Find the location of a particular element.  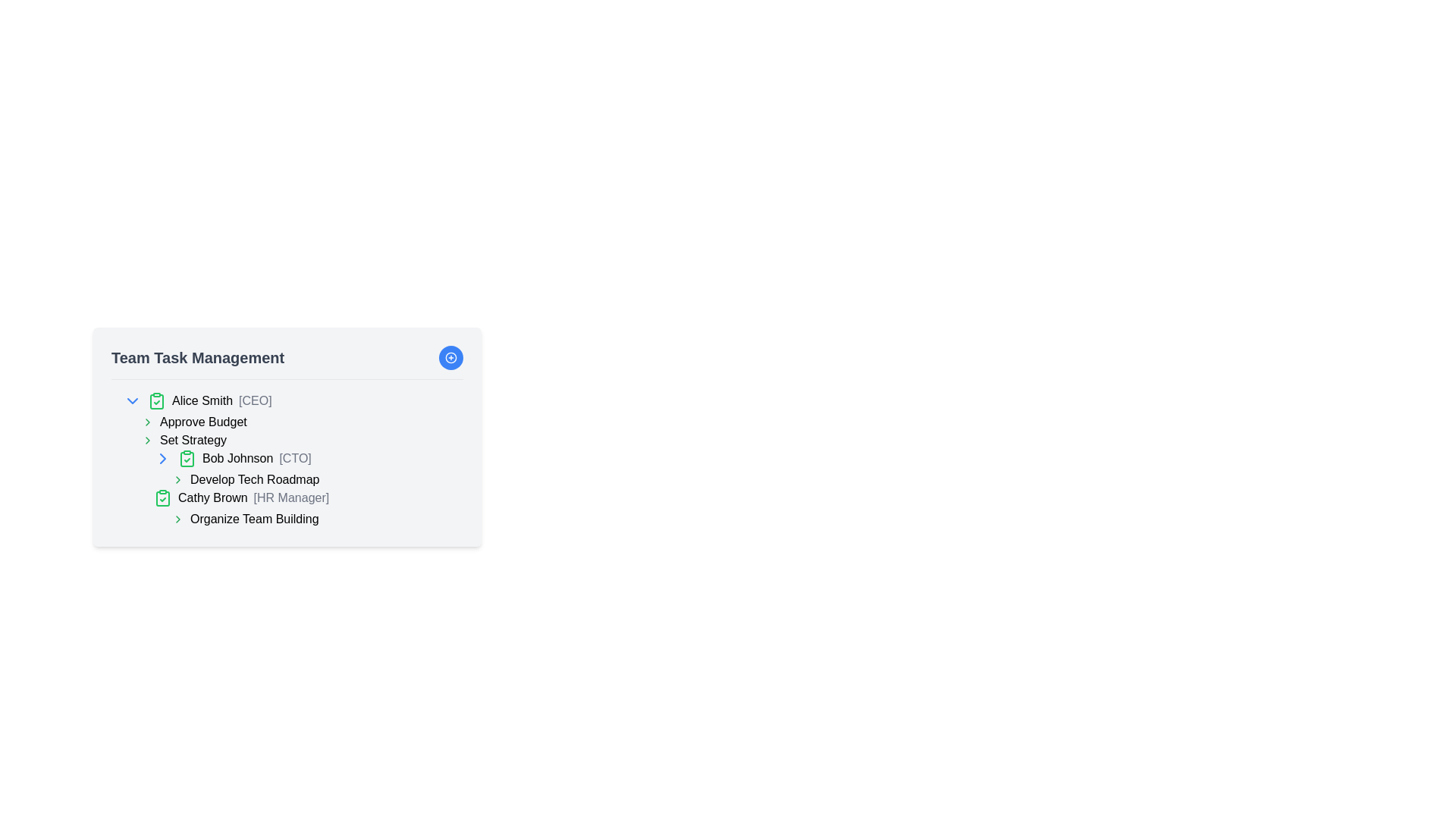

the 'Set Strategy' option within the collapsible list under the 'Alice Smith [CEO]' category is located at coordinates (293, 431).